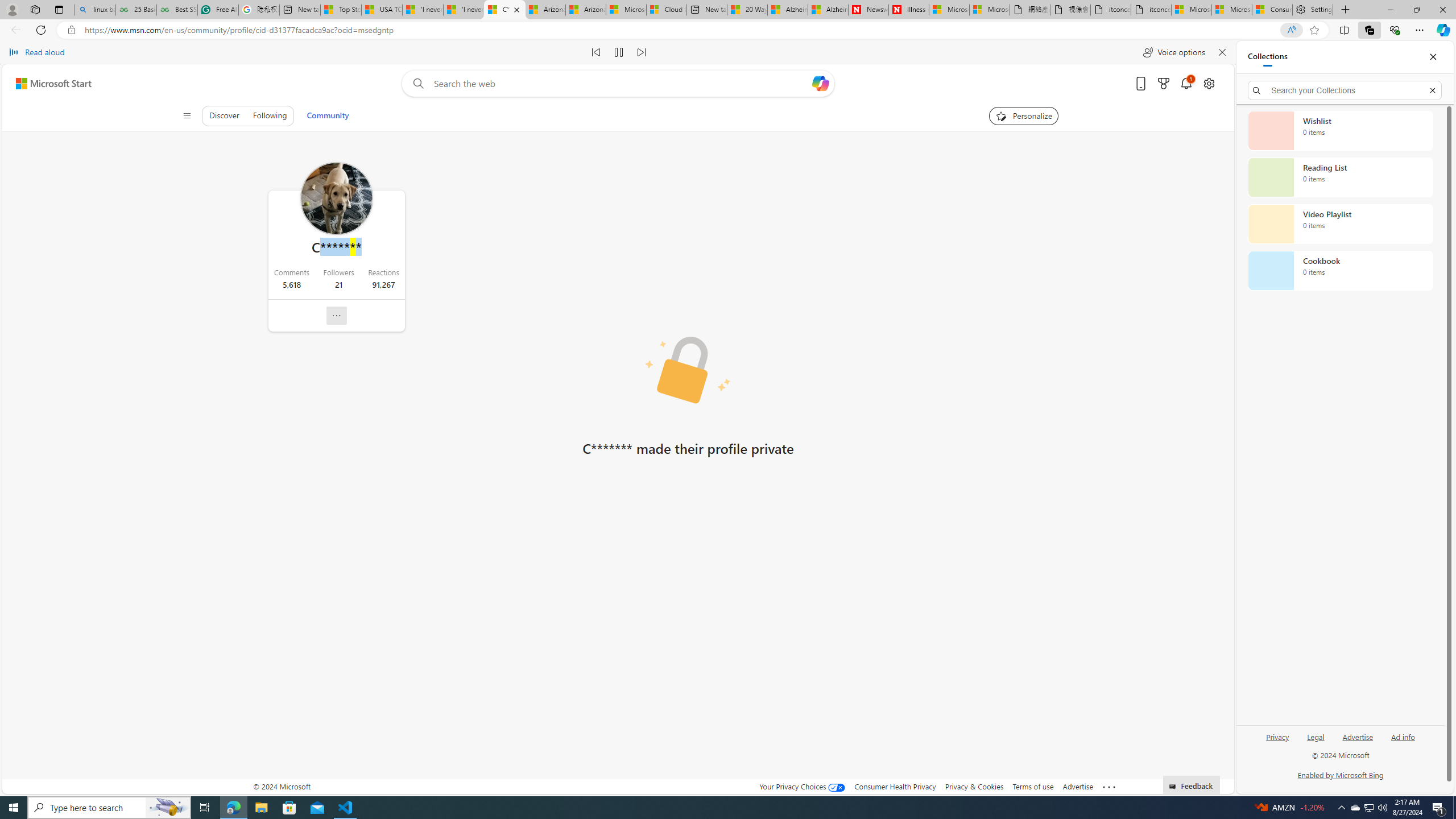  What do you see at coordinates (1433, 90) in the screenshot?
I see `'Exit search'` at bounding box center [1433, 90].